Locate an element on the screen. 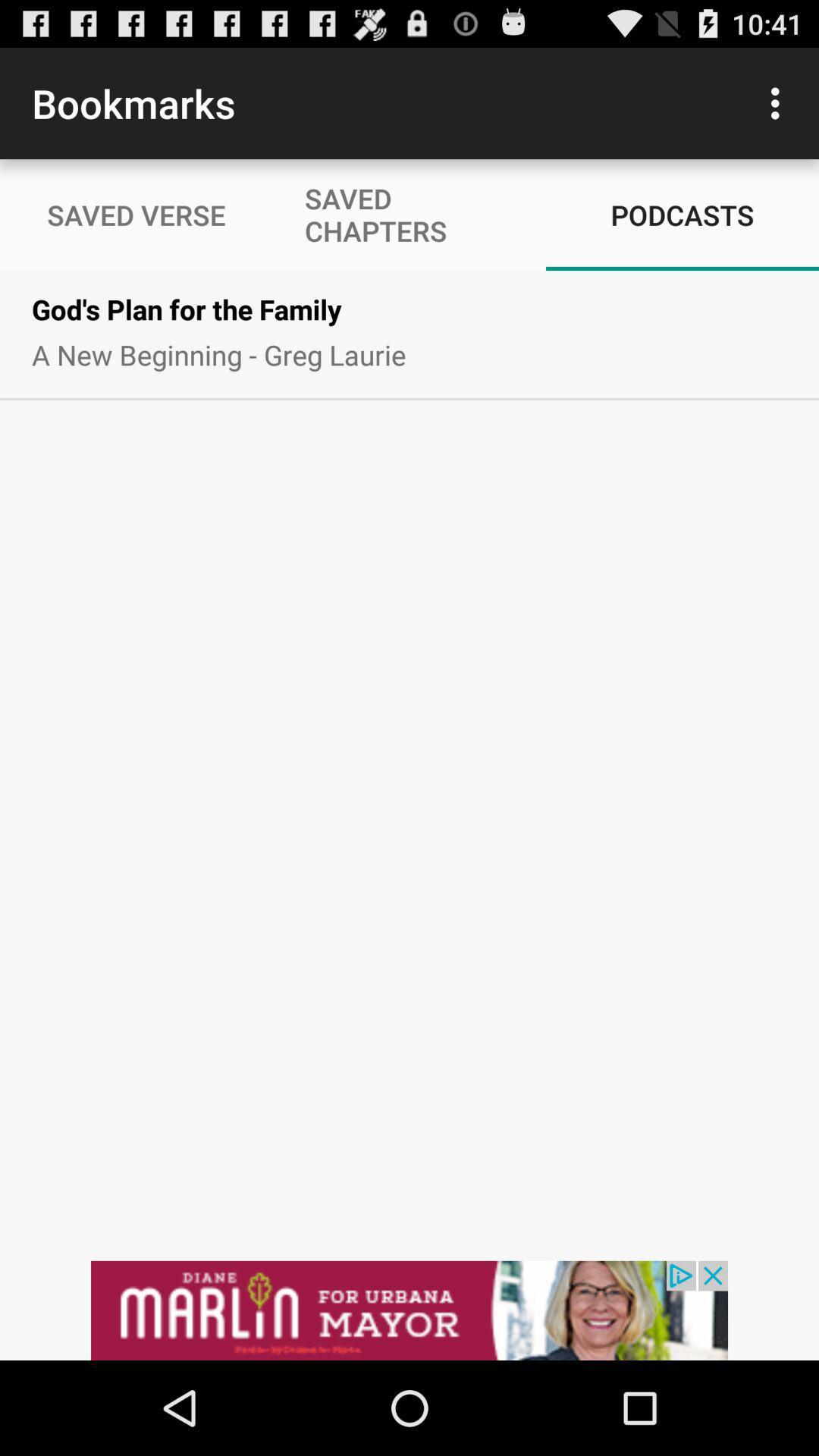 The width and height of the screenshot is (819, 1456). the option is located at coordinates (409, 1263).